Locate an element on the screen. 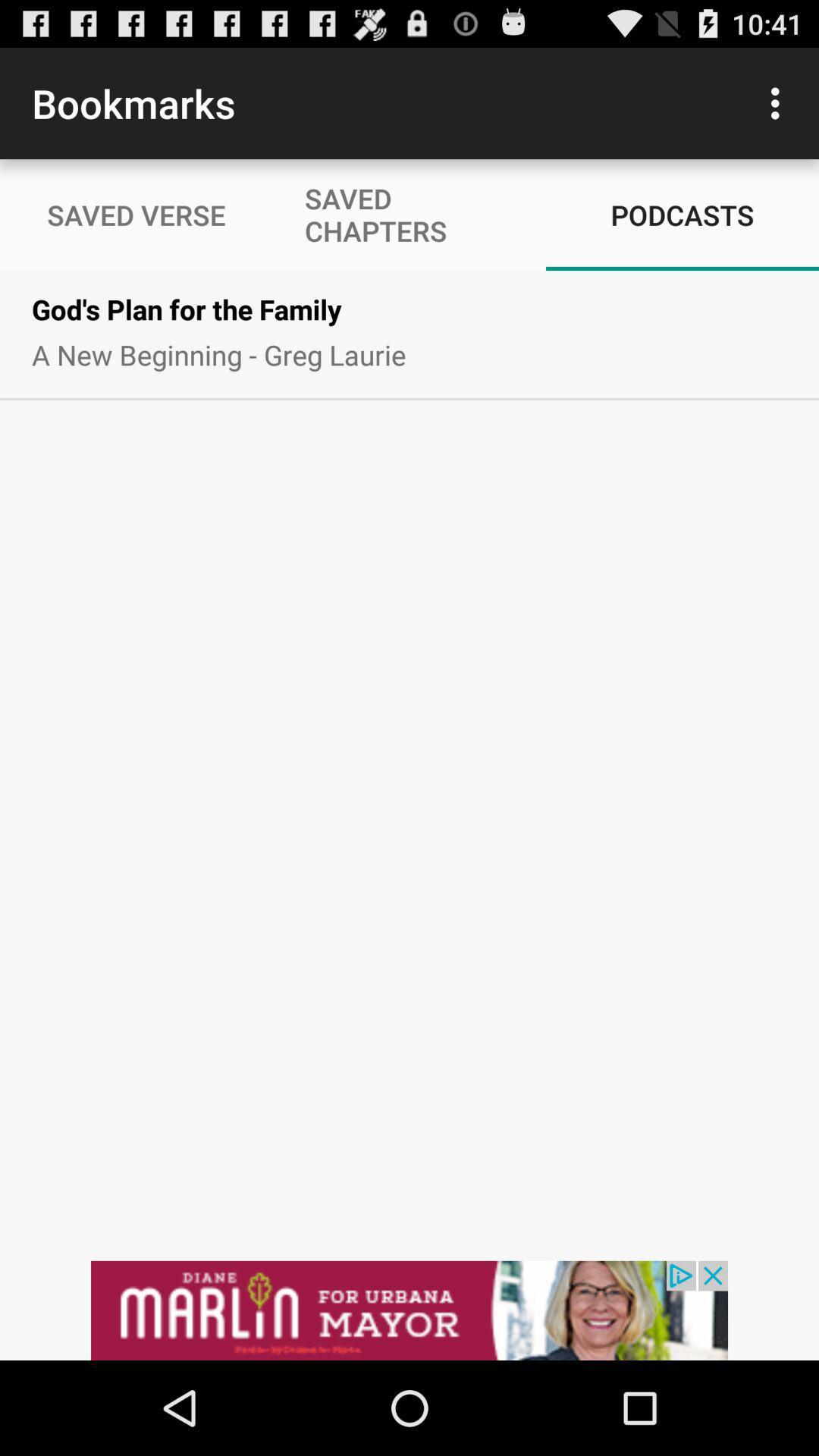 The width and height of the screenshot is (819, 1456). the option is located at coordinates (409, 1263).